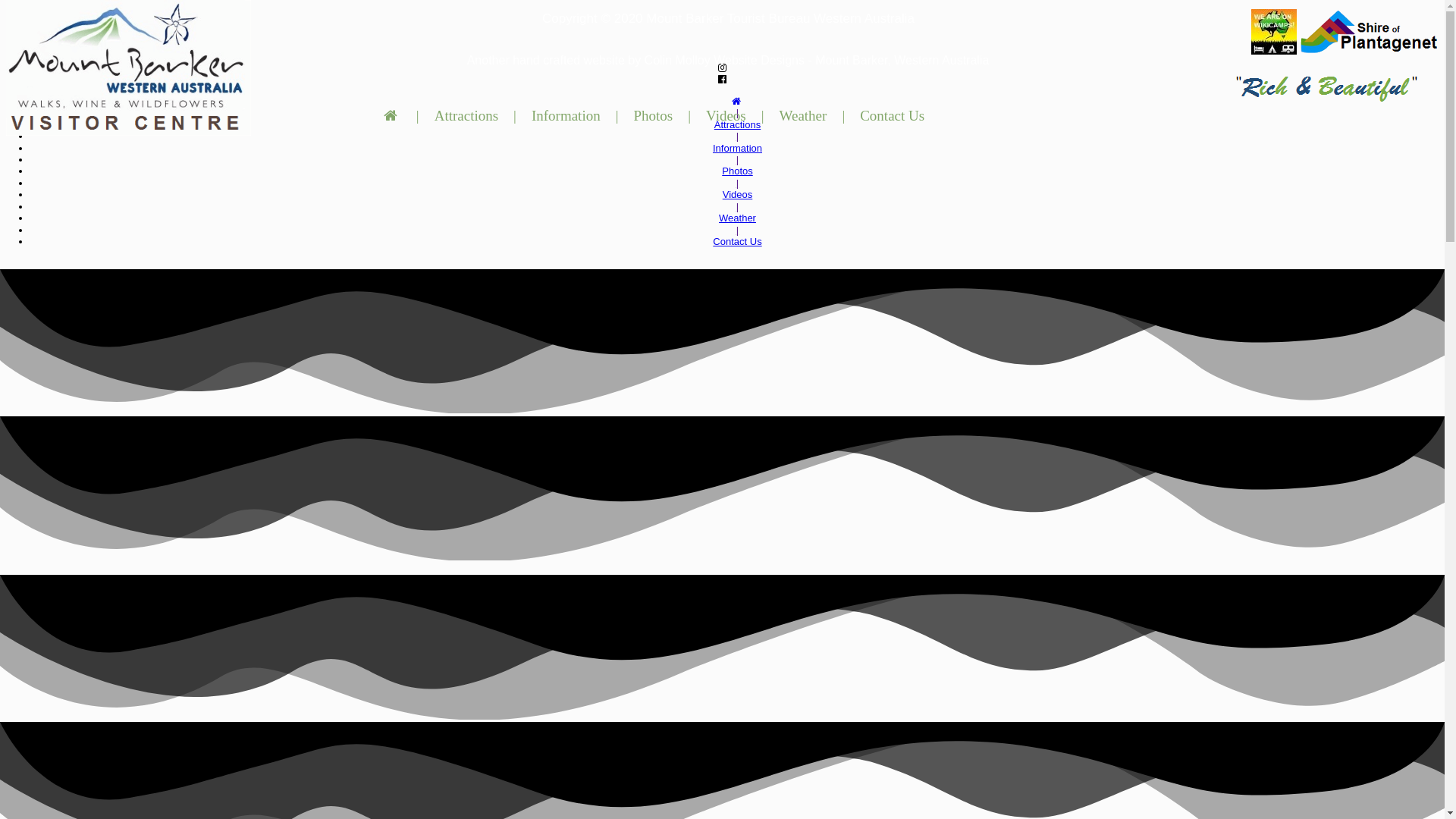  Describe the element at coordinates (737, 124) in the screenshot. I see `'Attractions'` at that location.